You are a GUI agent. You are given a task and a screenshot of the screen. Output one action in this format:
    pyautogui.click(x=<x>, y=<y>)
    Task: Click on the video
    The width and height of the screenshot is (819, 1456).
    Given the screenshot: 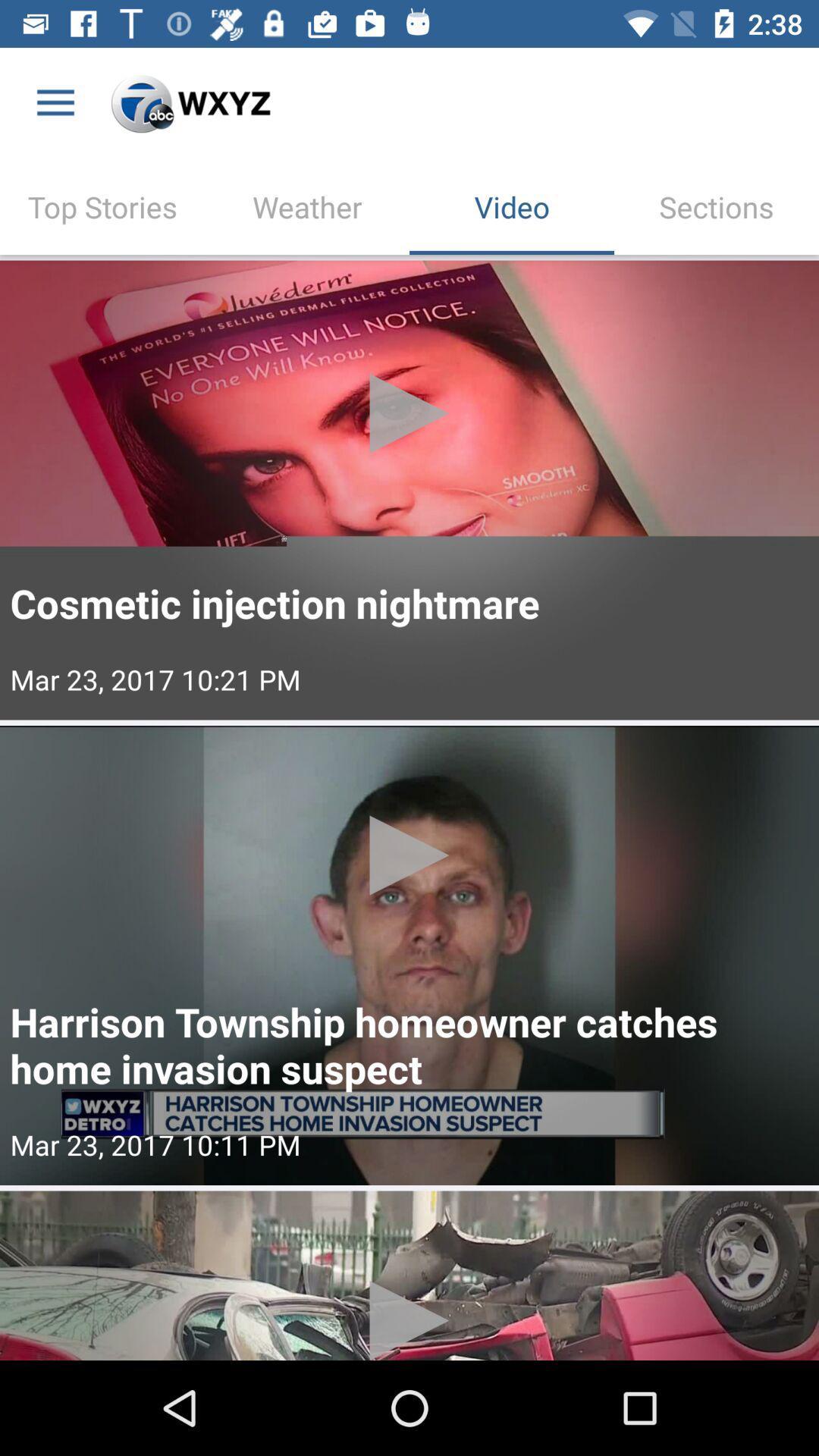 What is the action you would take?
    pyautogui.click(x=409, y=490)
    